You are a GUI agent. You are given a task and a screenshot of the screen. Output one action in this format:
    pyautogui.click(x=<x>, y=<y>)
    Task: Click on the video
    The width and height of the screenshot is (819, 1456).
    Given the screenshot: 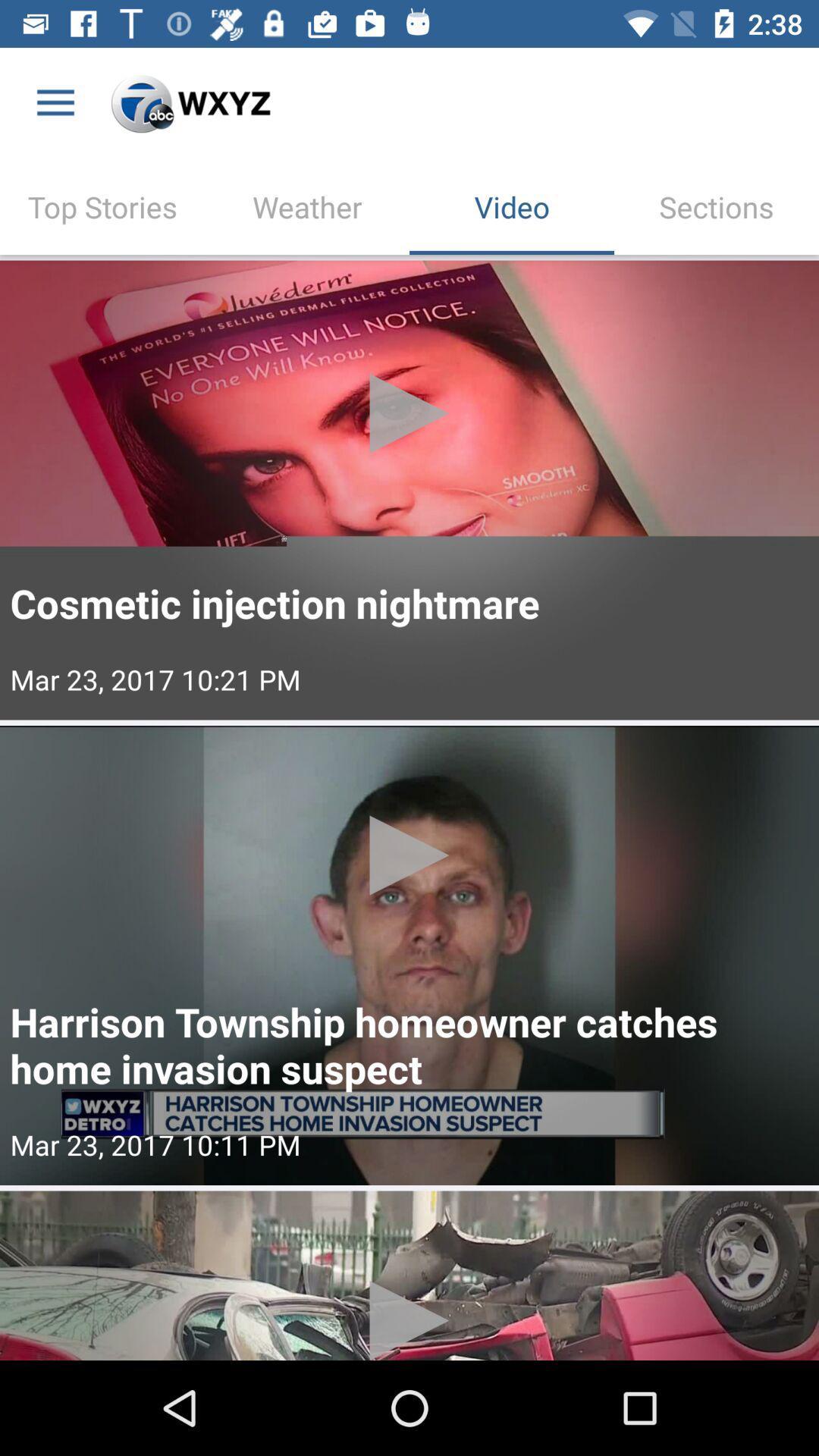 What is the action you would take?
    pyautogui.click(x=409, y=490)
    